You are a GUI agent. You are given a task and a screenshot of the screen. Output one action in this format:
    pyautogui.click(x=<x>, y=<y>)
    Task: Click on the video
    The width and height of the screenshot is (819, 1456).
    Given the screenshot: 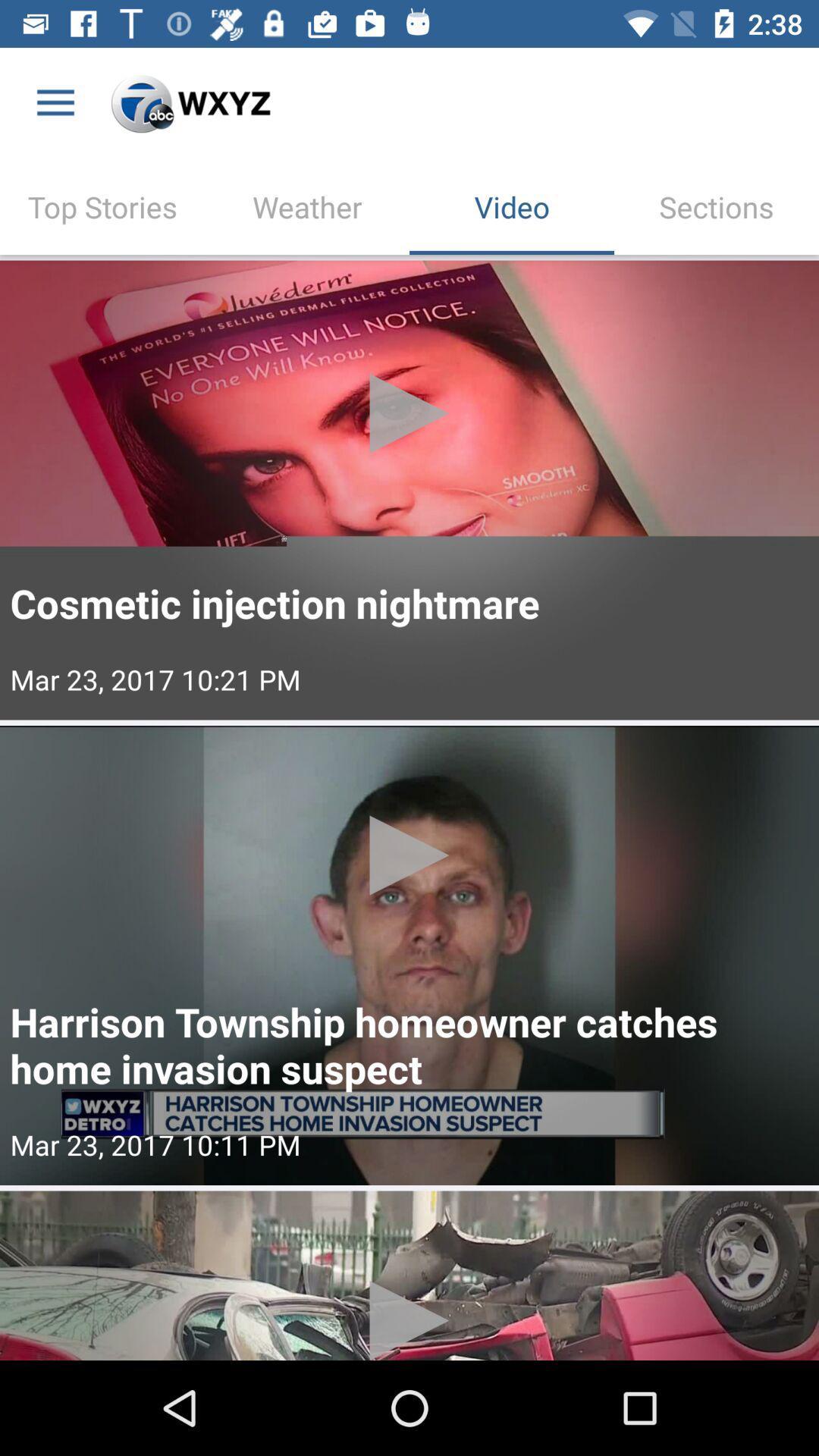 What is the action you would take?
    pyautogui.click(x=409, y=490)
    